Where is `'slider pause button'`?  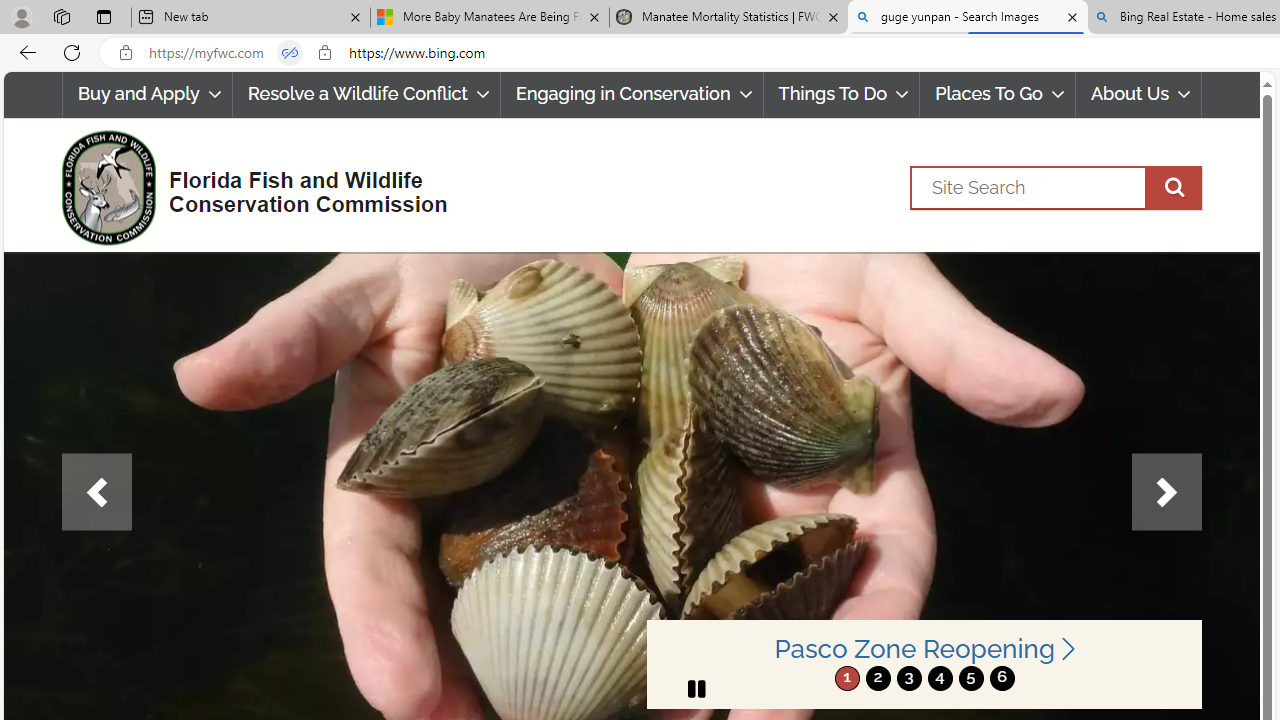 'slider pause button' is located at coordinates (696, 688).